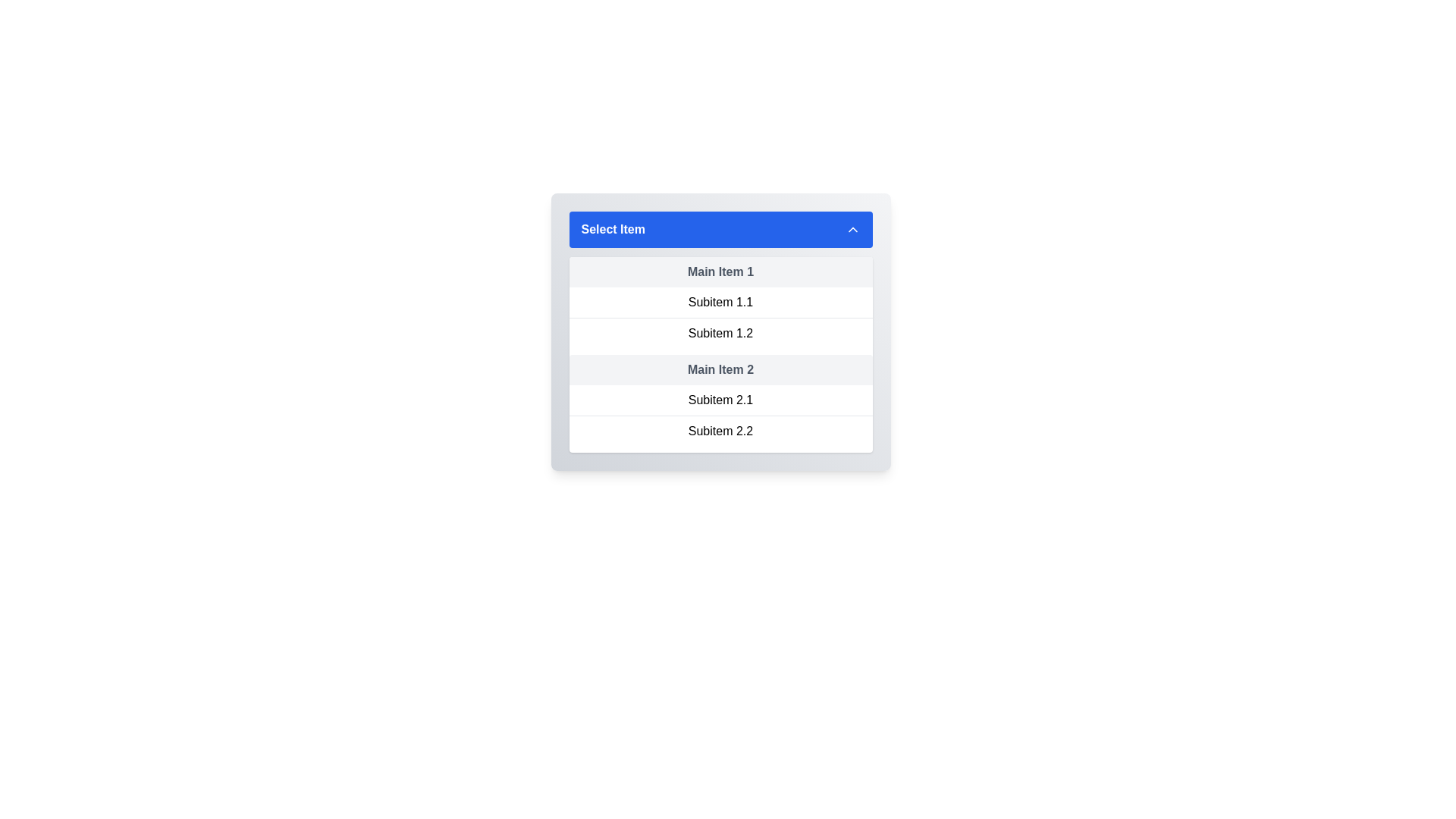  I want to click on the chevron arrow icon located at the far right end of the blue header bar labeled 'Select Item', so click(852, 230).